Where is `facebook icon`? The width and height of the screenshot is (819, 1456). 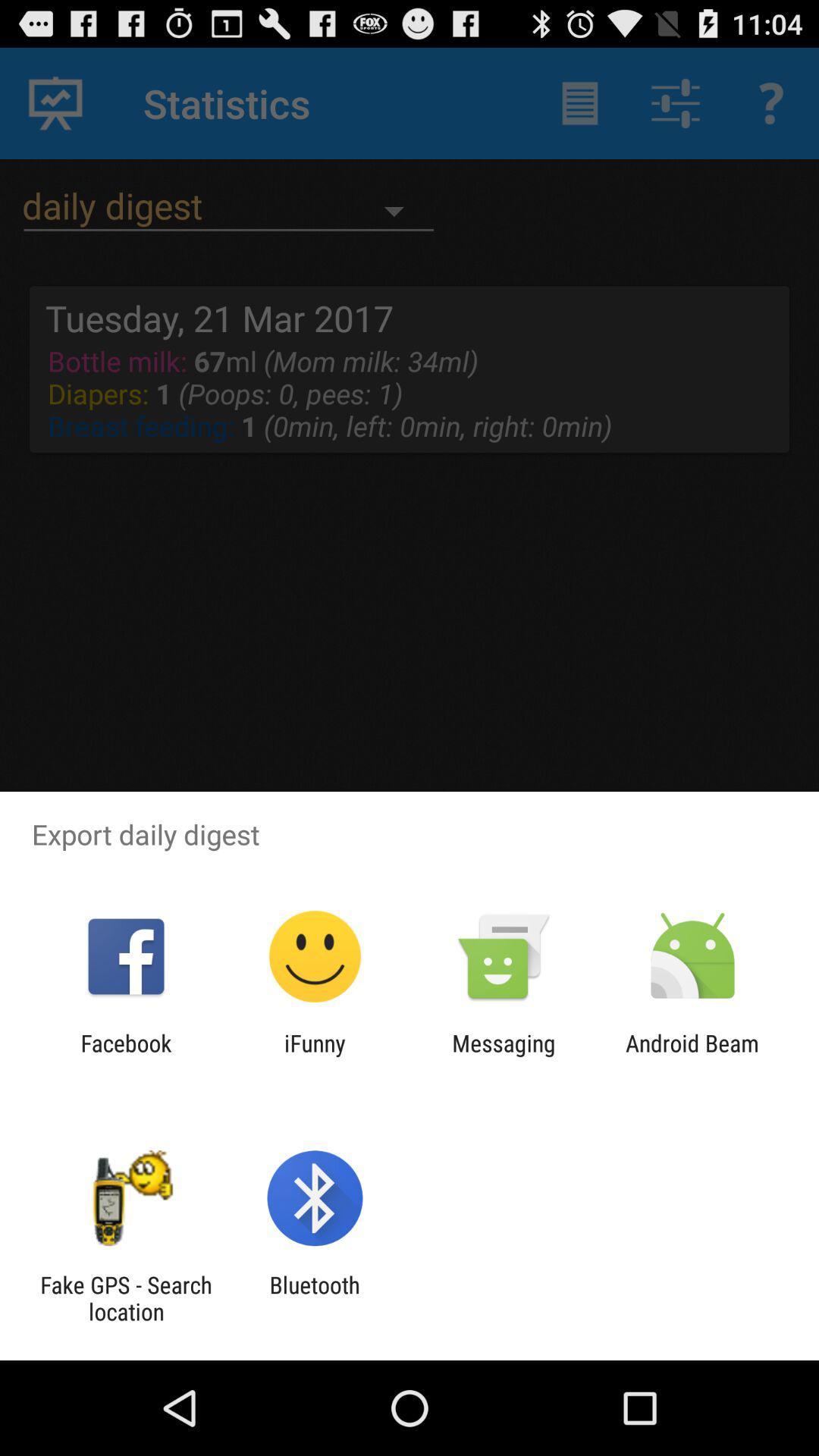 facebook icon is located at coordinates (125, 1056).